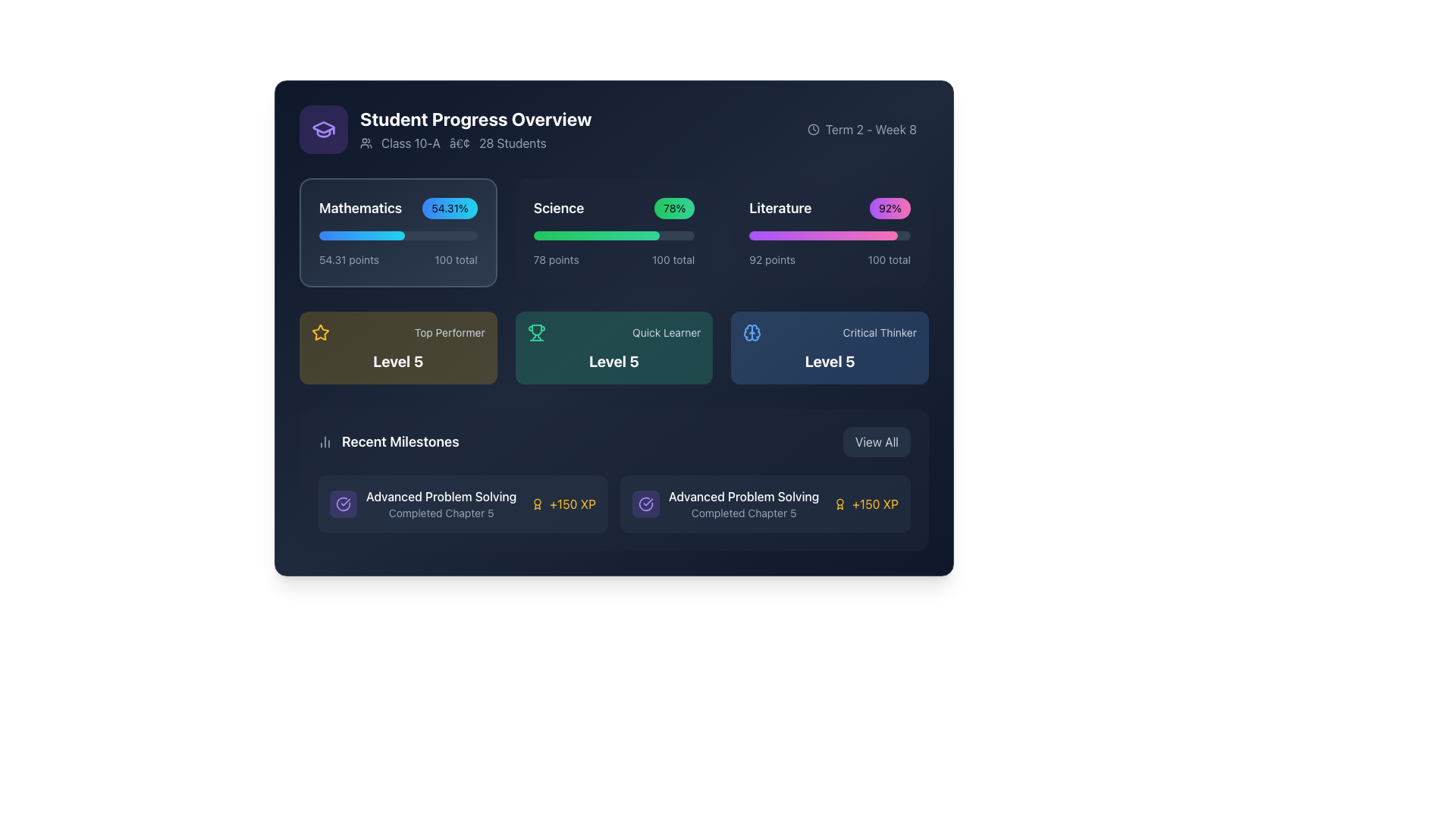 This screenshot has width=1456, height=819. Describe the element at coordinates (880, 332) in the screenshot. I see `text label displaying 'Critical Thinker' located in the bottom-right corner of the 'Level 5' section, styled in slate-gray font on a deep blue background` at that location.